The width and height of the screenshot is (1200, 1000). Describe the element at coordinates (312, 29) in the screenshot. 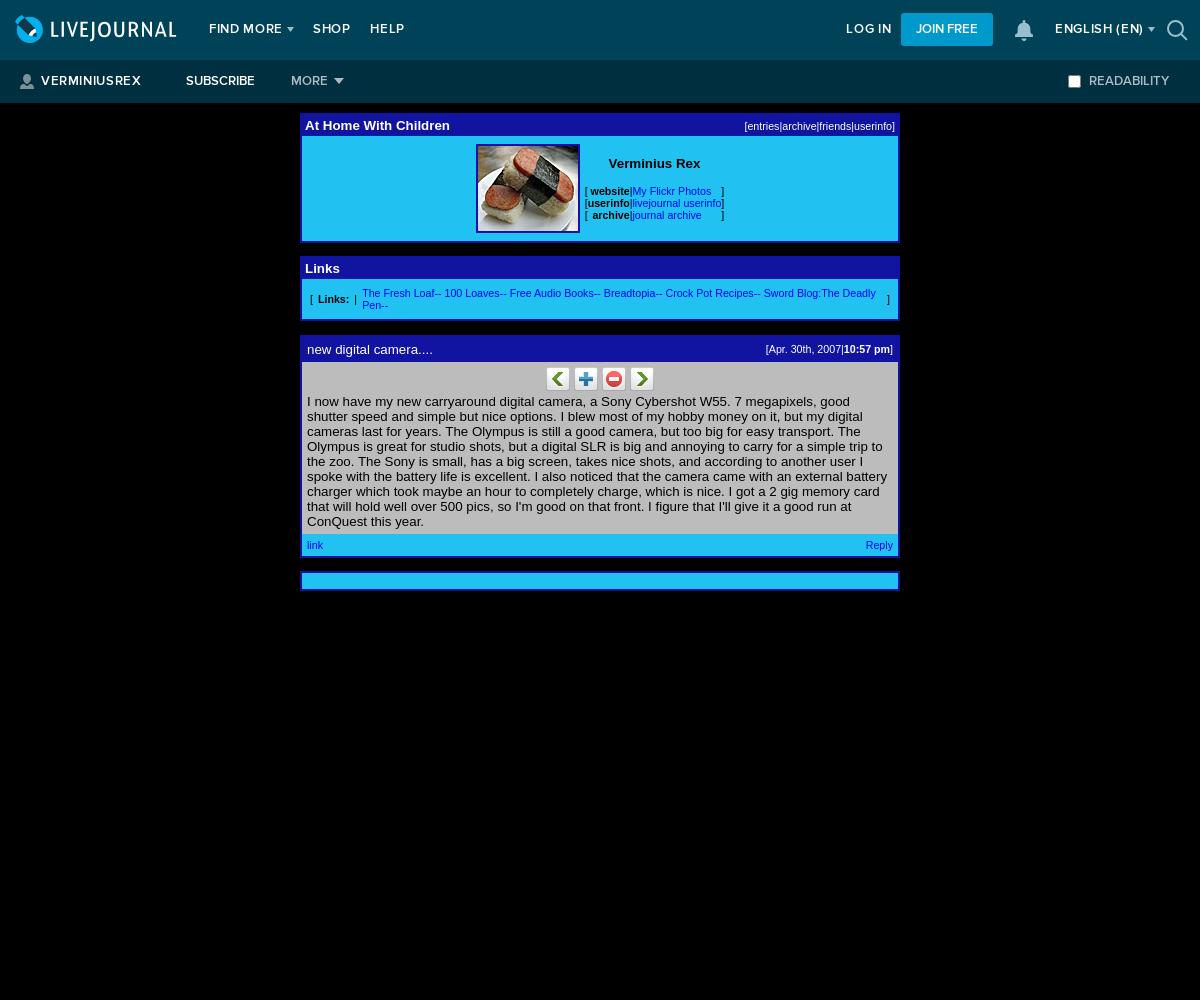

I see `'Shop'` at that location.